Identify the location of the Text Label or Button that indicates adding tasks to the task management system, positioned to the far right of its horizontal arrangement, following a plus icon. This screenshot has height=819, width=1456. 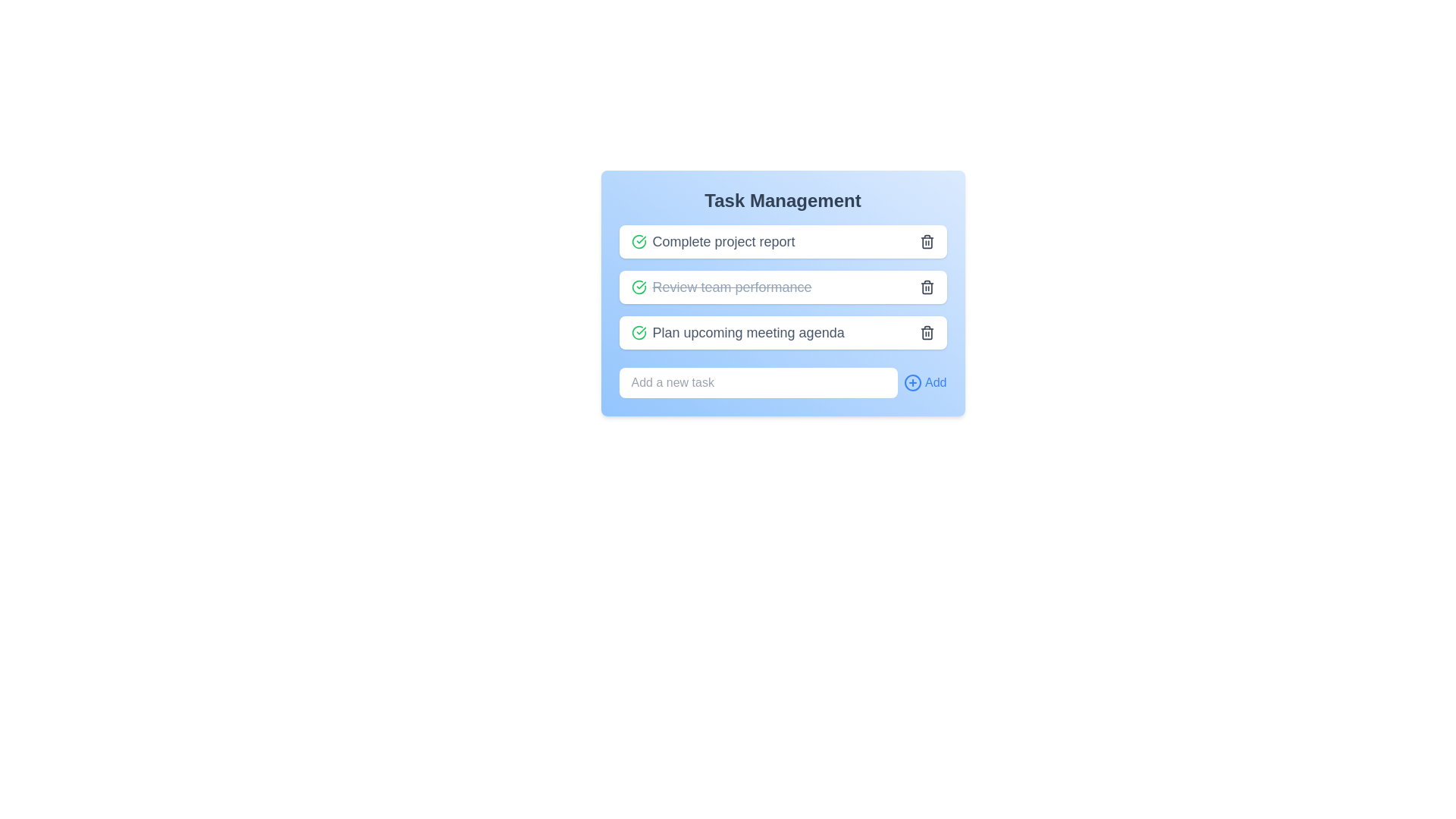
(935, 382).